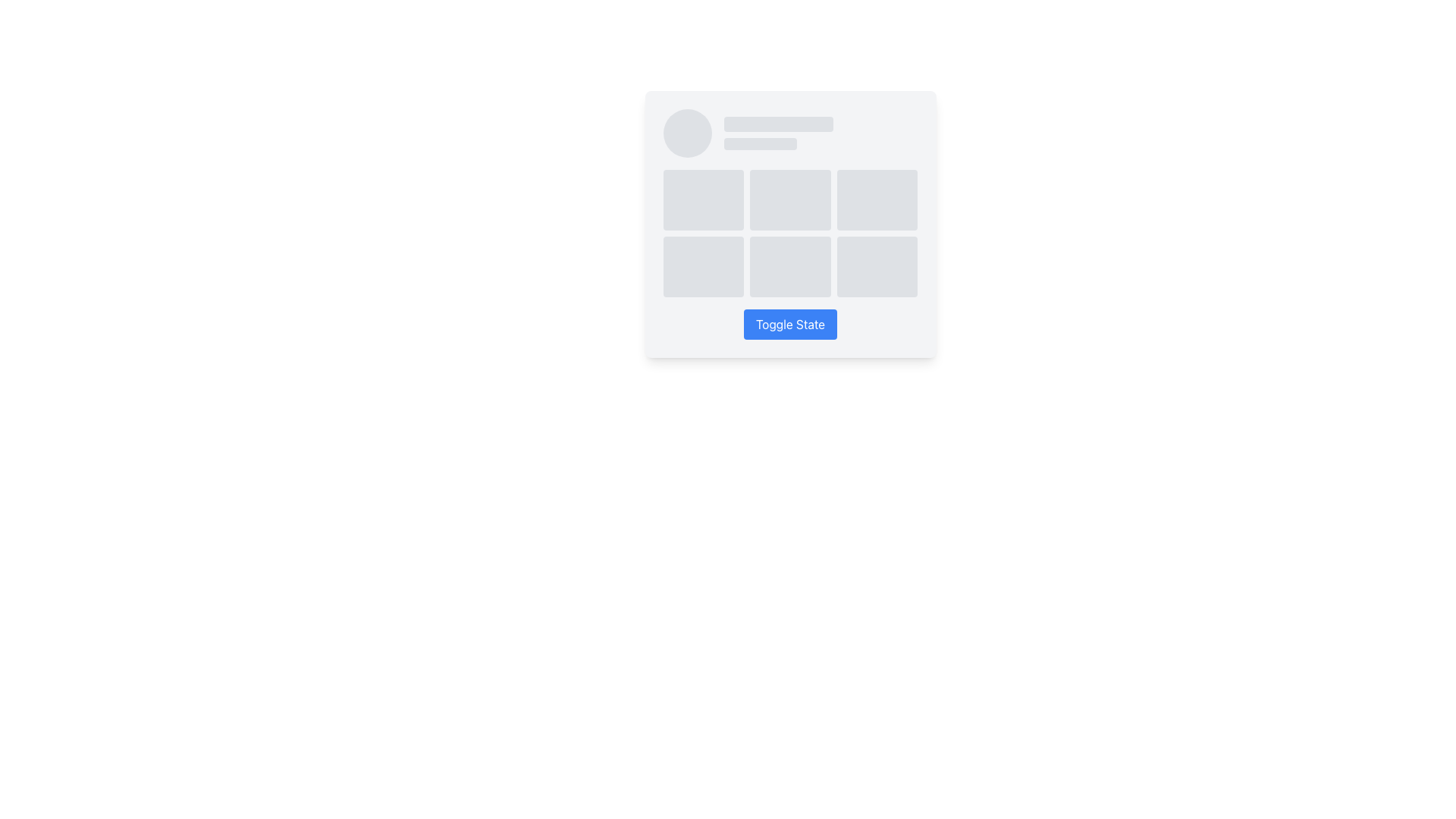 The height and width of the screenshot is (819, 1456). I want to click on the Placeholder component, which is a light gray rectangular block with rounded corners, positioned as the second item in the first row of a 3x2 grid layout, so click(789, 199).